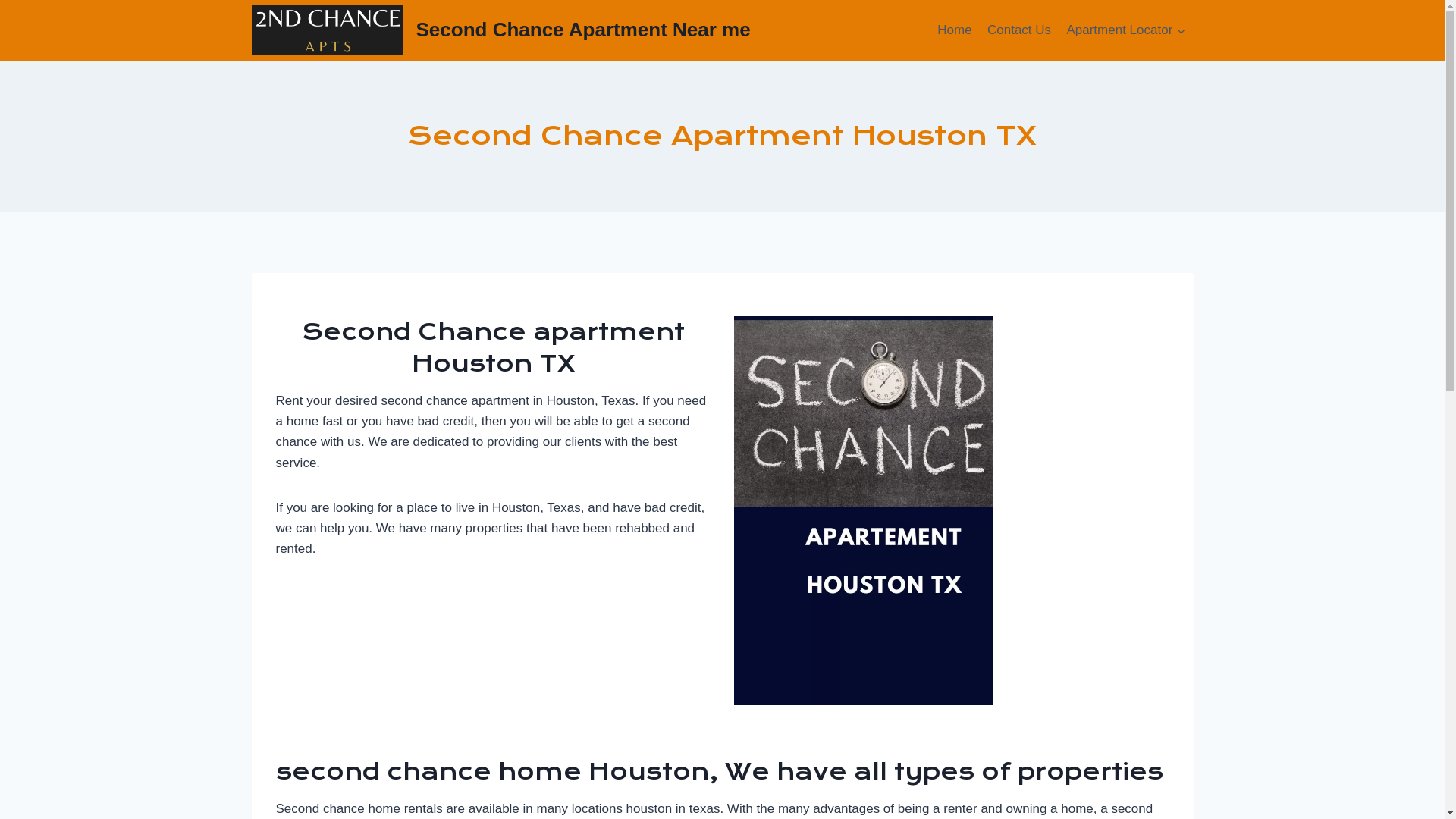 Image resolution: width=1456 pixels, height=819 pixels. What do you see at coordinates (979, 30) in the screenshot?
I see `'Contact Us'` at bounding box center [979, 30].